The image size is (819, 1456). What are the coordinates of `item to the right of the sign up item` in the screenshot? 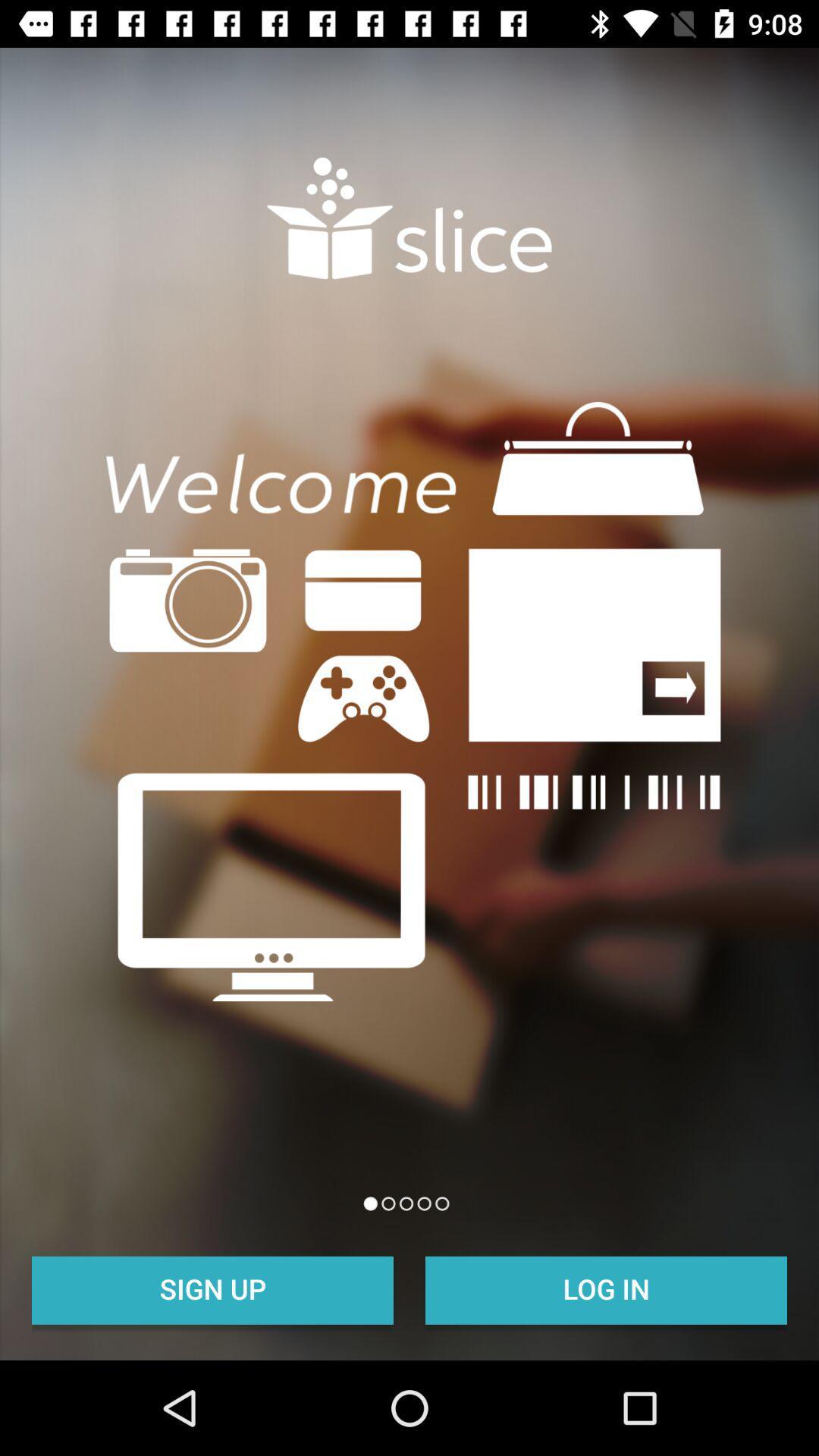 It's located at (605, 1288).